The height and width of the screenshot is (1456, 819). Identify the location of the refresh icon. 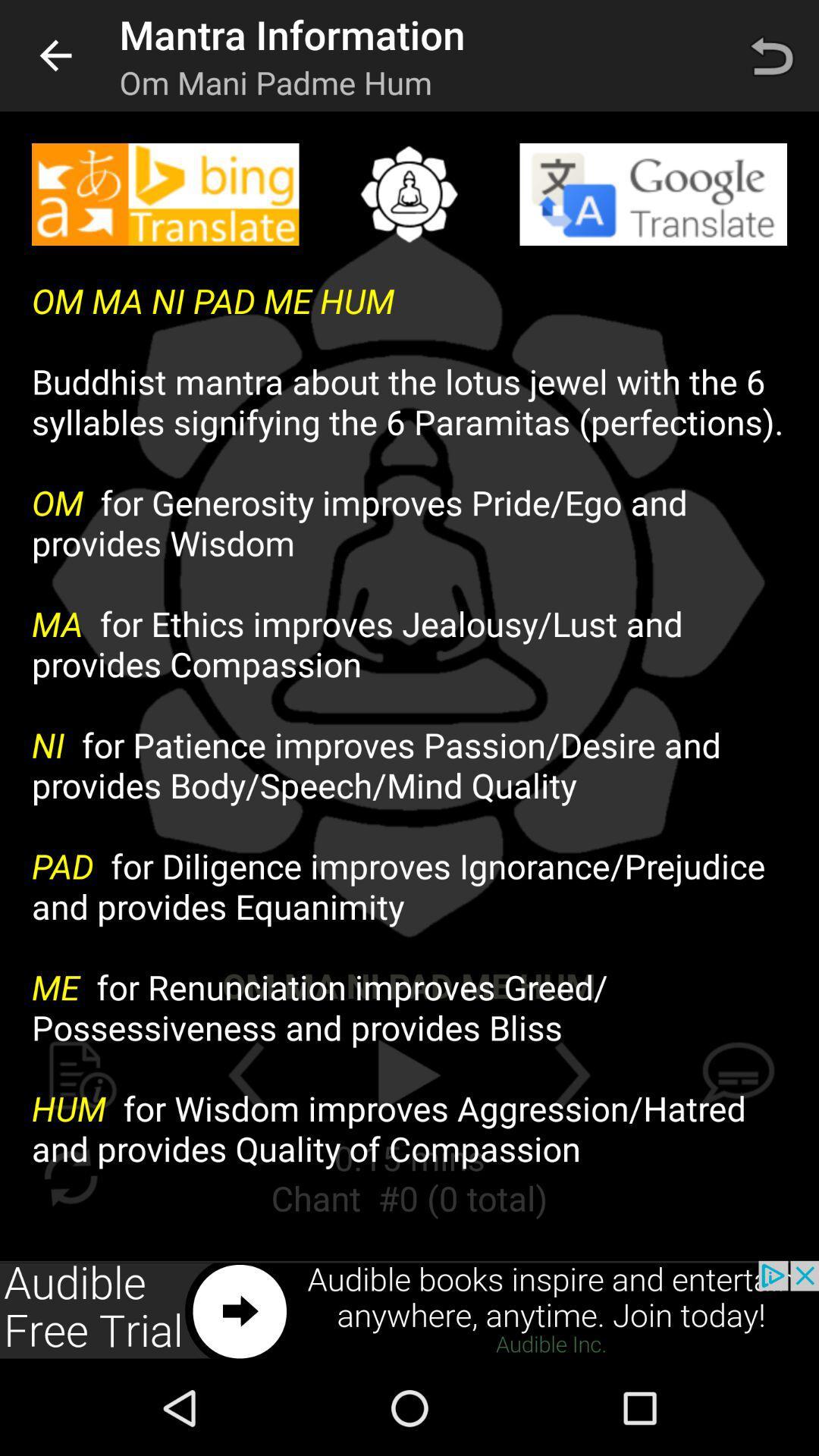
(70, 1176).